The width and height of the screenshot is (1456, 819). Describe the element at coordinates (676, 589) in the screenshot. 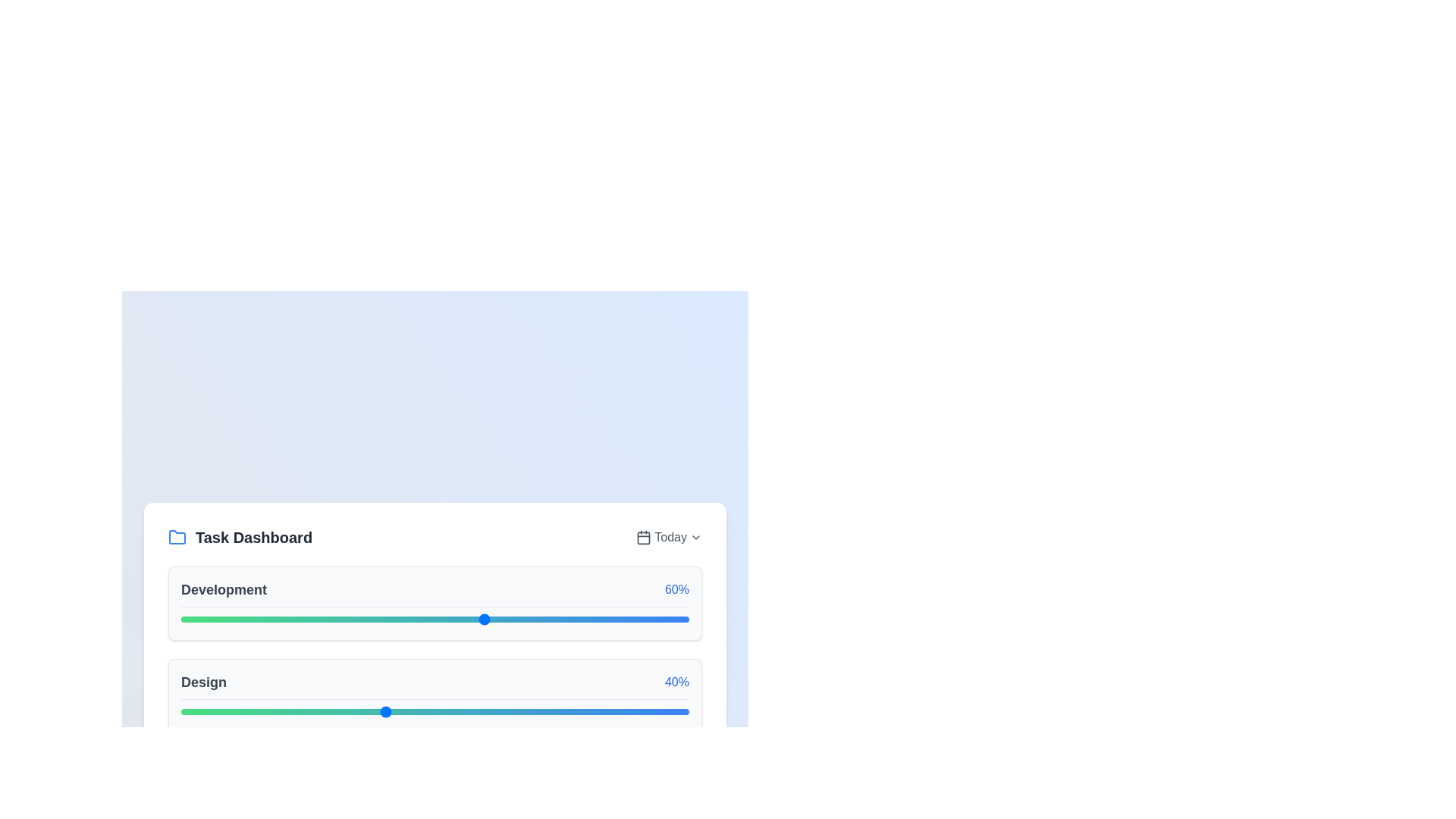

I see `the static text displaying '60%' in a blue, medium-sized bold font, located at the right end of the 'Development' row` at that location.